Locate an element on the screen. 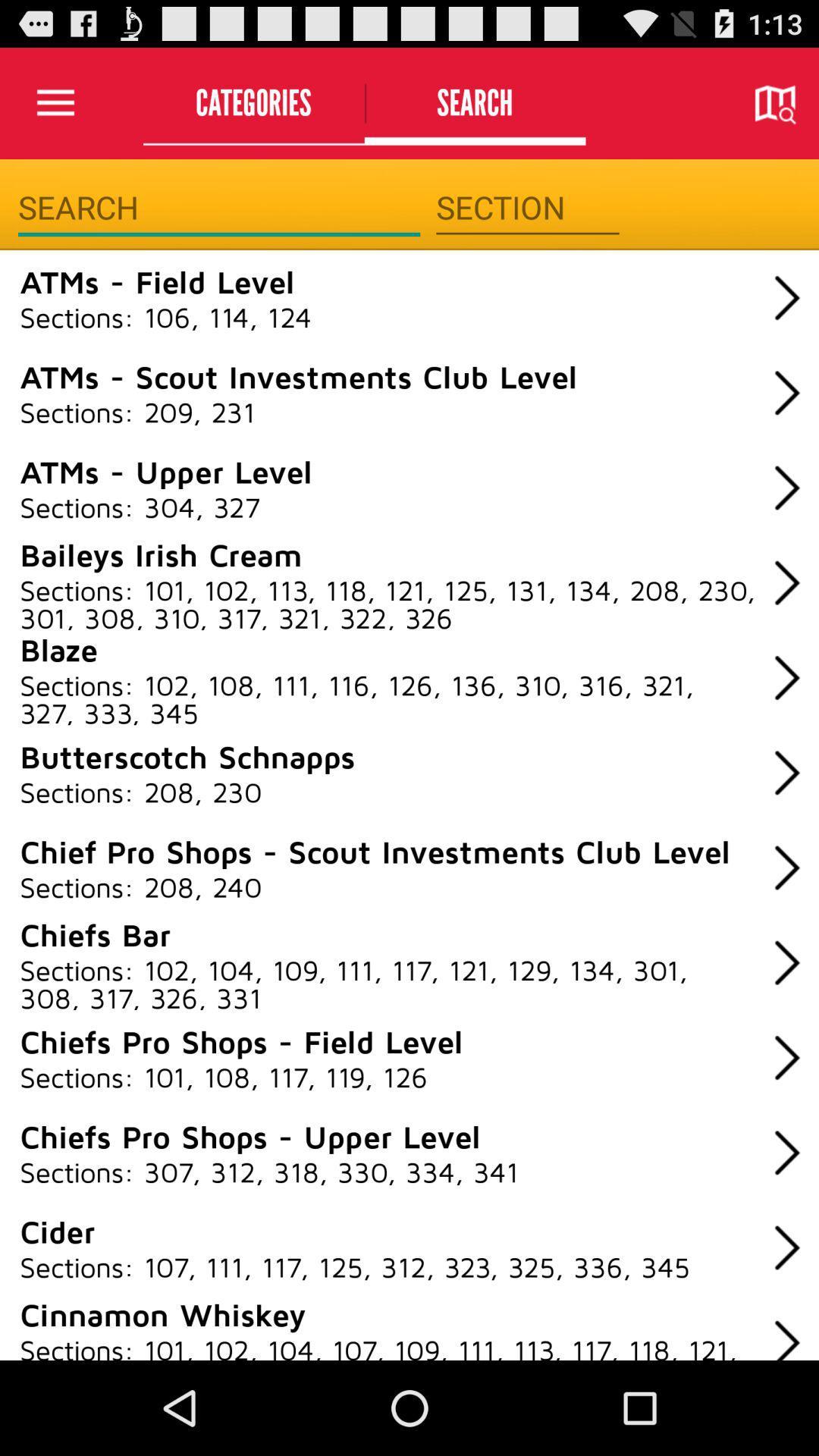  icon below the sections: 304, 327 item is located at coordinates (161, 553).